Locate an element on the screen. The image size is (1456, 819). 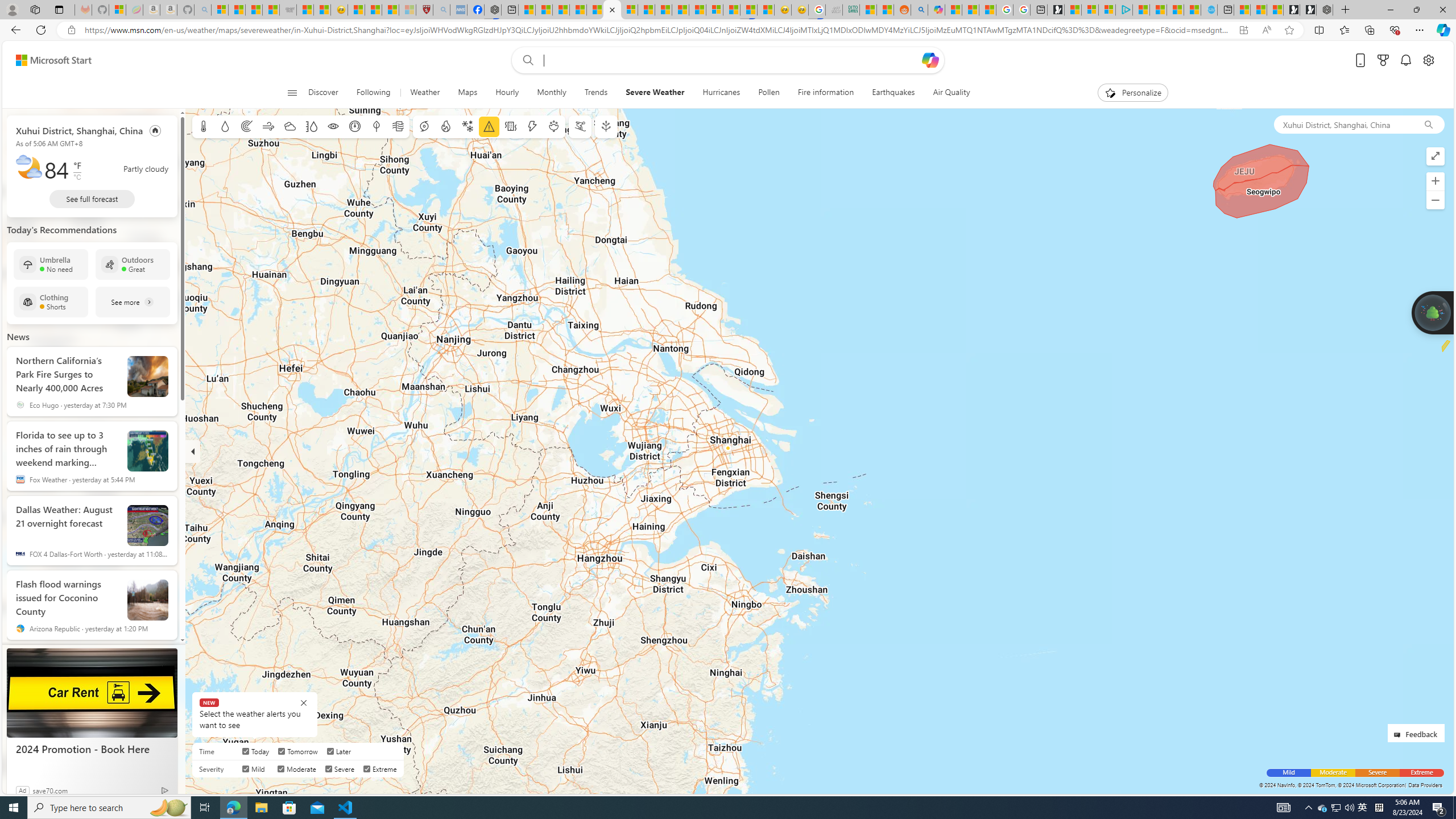
'See full forecast' is located at coordinates (92, 198).